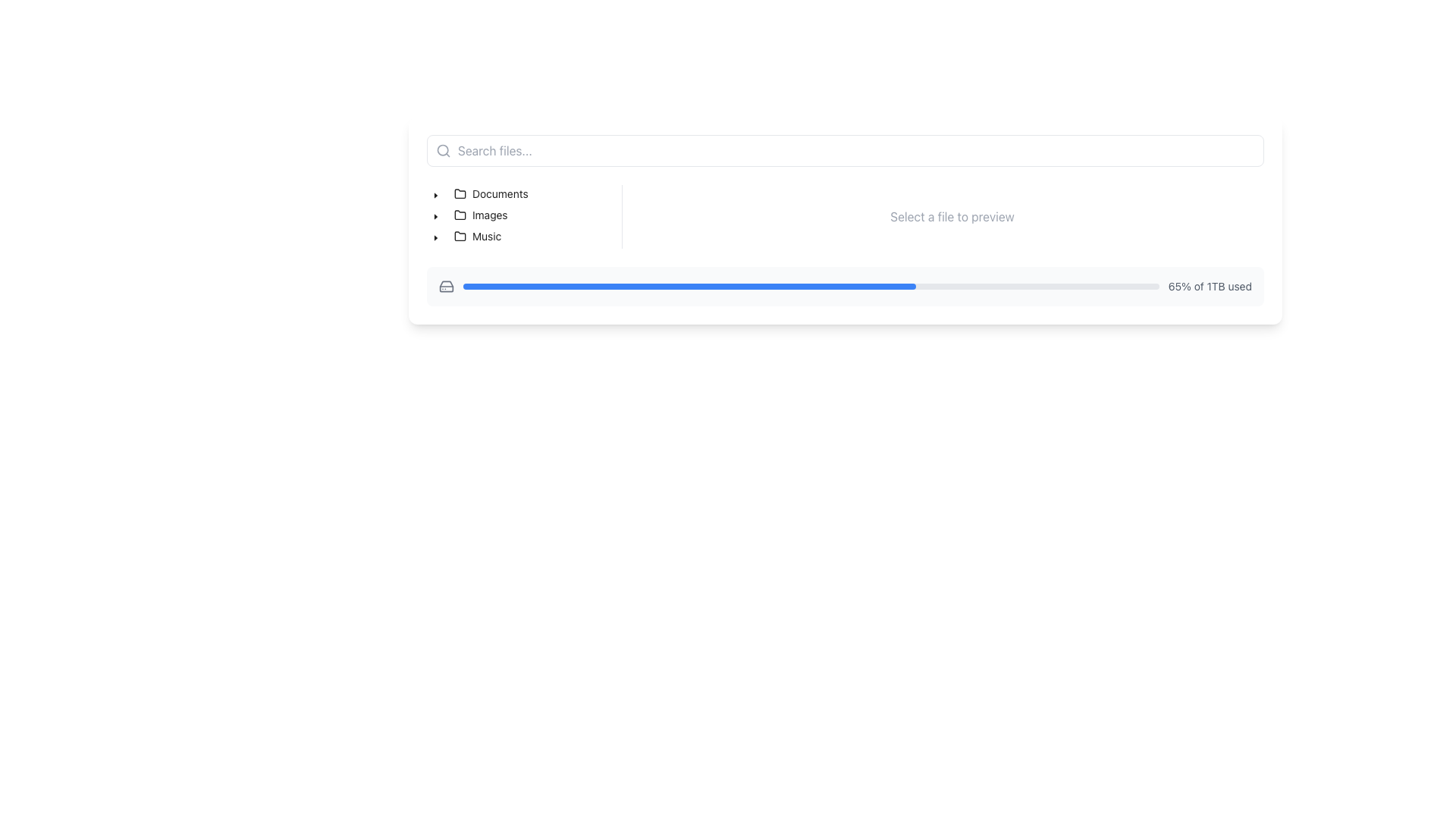  What do you see at coordinates (469, 215) in the screenshot?
I see `the 'Images' Tree View Item` at bounding box center [469, 215].